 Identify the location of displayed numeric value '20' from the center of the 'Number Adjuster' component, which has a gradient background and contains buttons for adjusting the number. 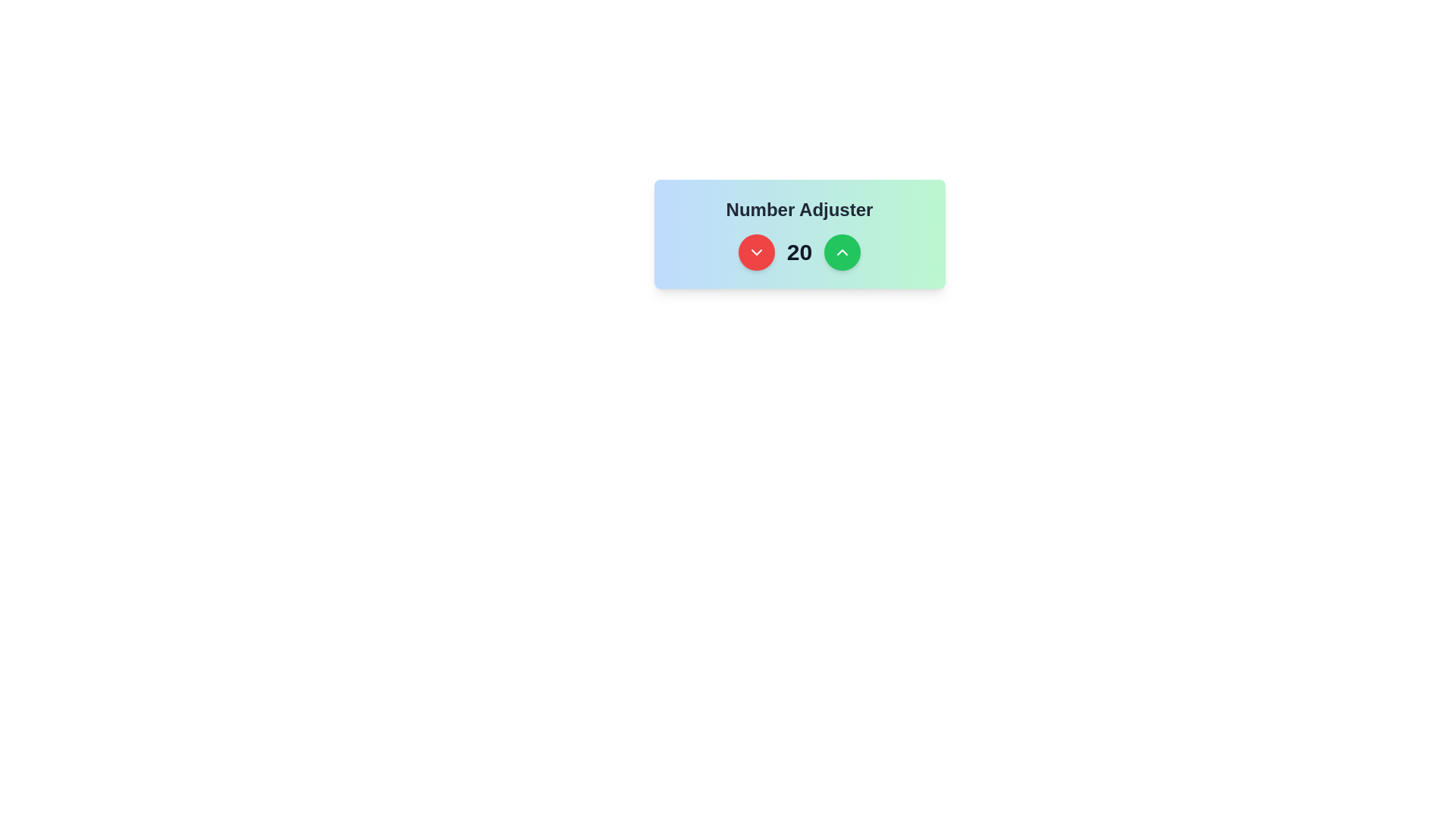
(799, 234).